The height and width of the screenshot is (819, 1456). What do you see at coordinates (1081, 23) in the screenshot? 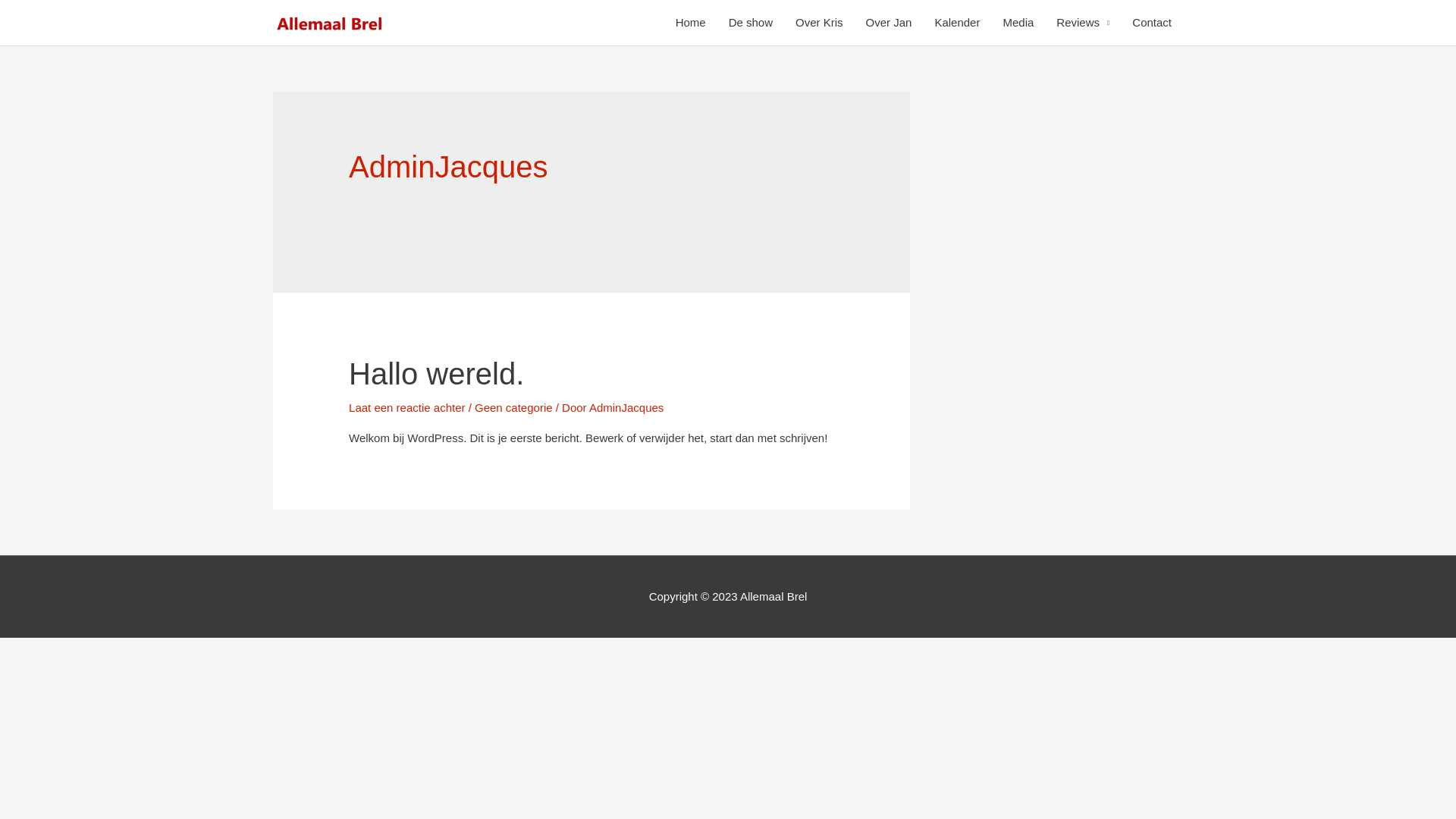
I see `'Reviews'` at bounding box center [1081, 23].